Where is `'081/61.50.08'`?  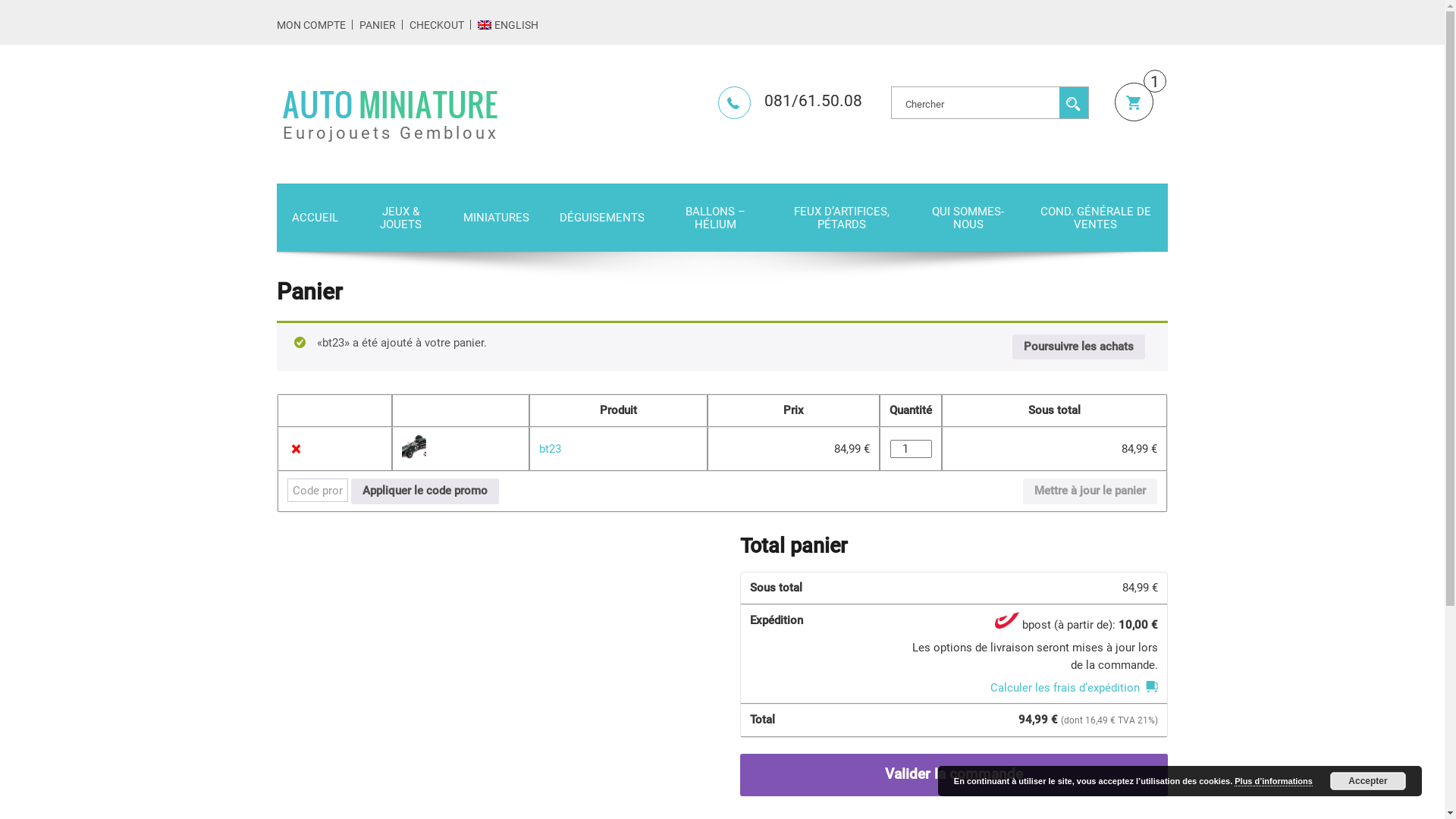
'081/61.50.08' is located at coordinates (789, 100).